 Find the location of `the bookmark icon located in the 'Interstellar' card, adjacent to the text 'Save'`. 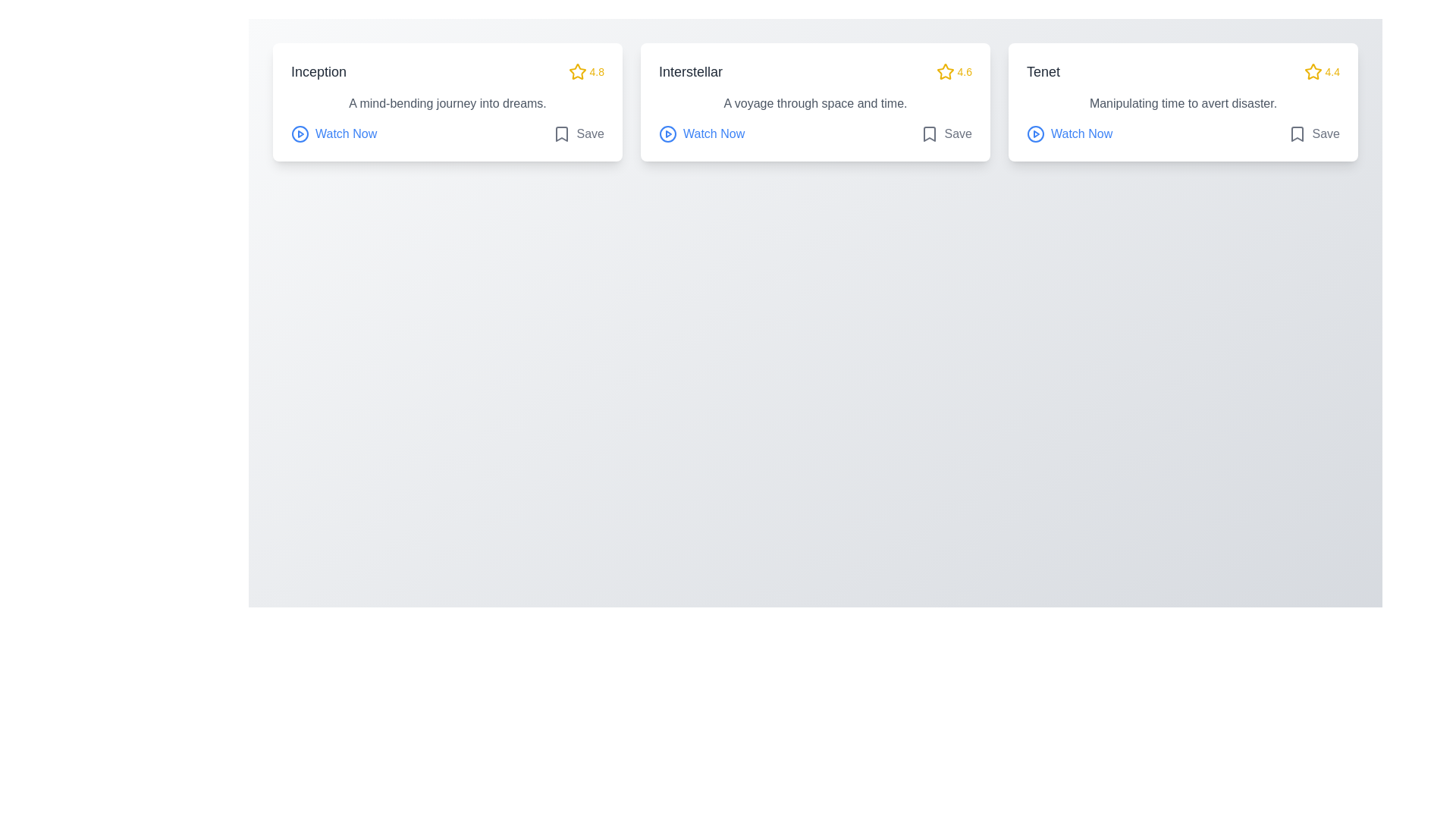

the bookmark icon located in the 'Interstellar' card, adjacent to the text 'Save' is located at coordinates (928, 133).